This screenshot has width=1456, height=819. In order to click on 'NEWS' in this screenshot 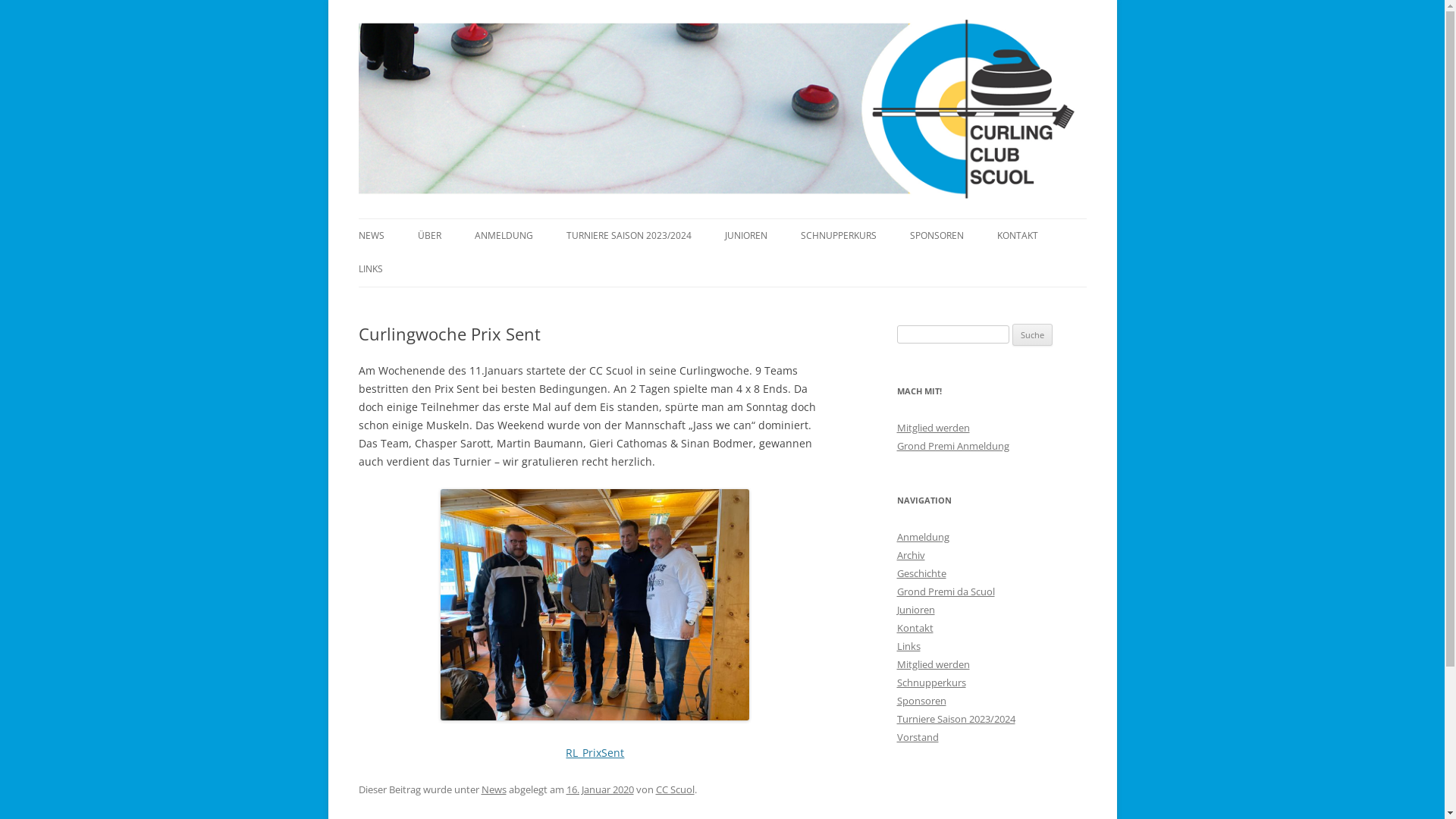, I will do `click(356, 236)`.